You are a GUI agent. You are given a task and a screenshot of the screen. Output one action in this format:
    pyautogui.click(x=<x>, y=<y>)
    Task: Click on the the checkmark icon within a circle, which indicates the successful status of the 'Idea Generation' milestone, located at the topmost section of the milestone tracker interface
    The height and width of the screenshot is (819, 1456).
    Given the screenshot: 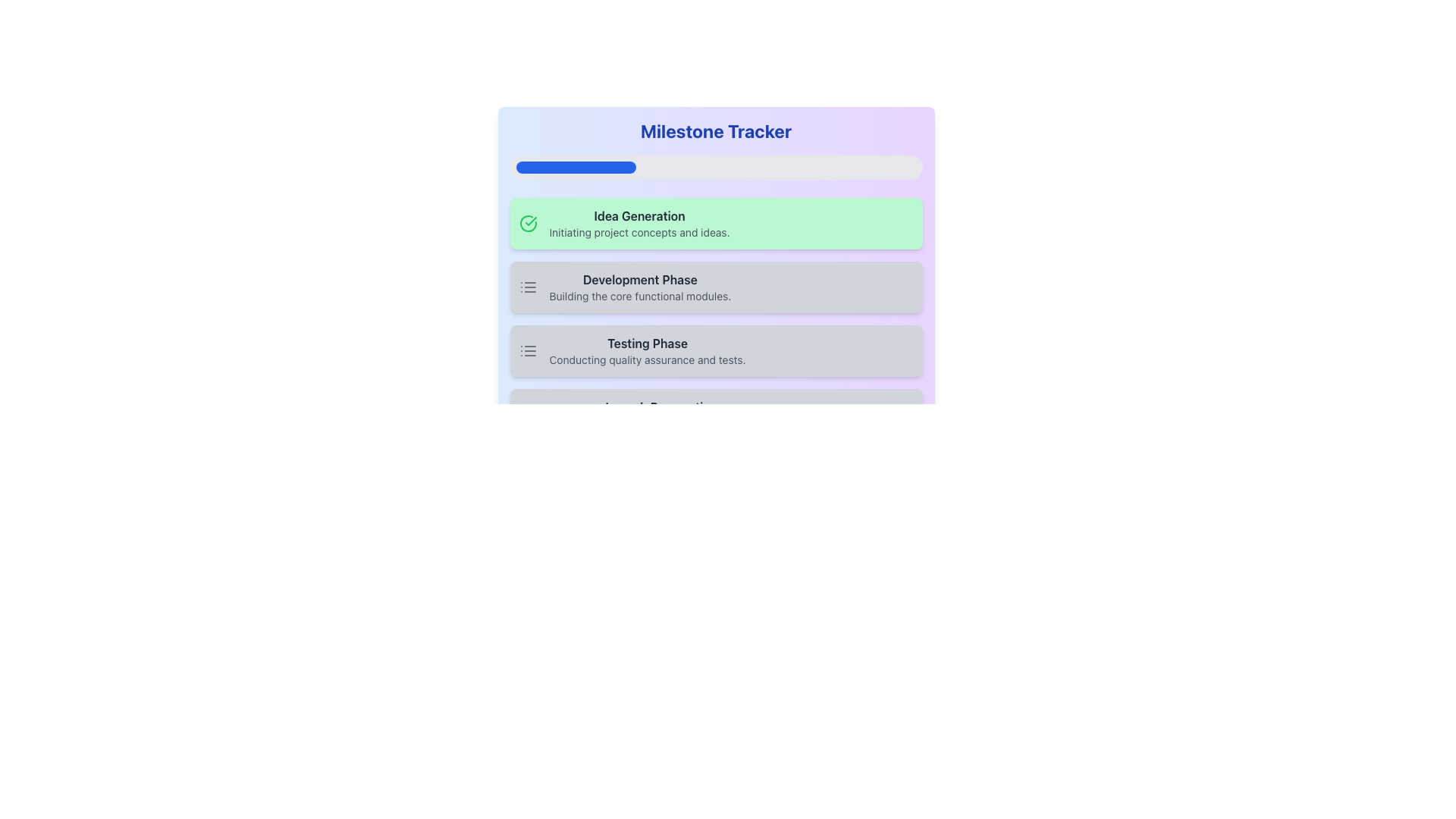 What is the action you would take?
    pyautogui.click(x=528, y=223)
    